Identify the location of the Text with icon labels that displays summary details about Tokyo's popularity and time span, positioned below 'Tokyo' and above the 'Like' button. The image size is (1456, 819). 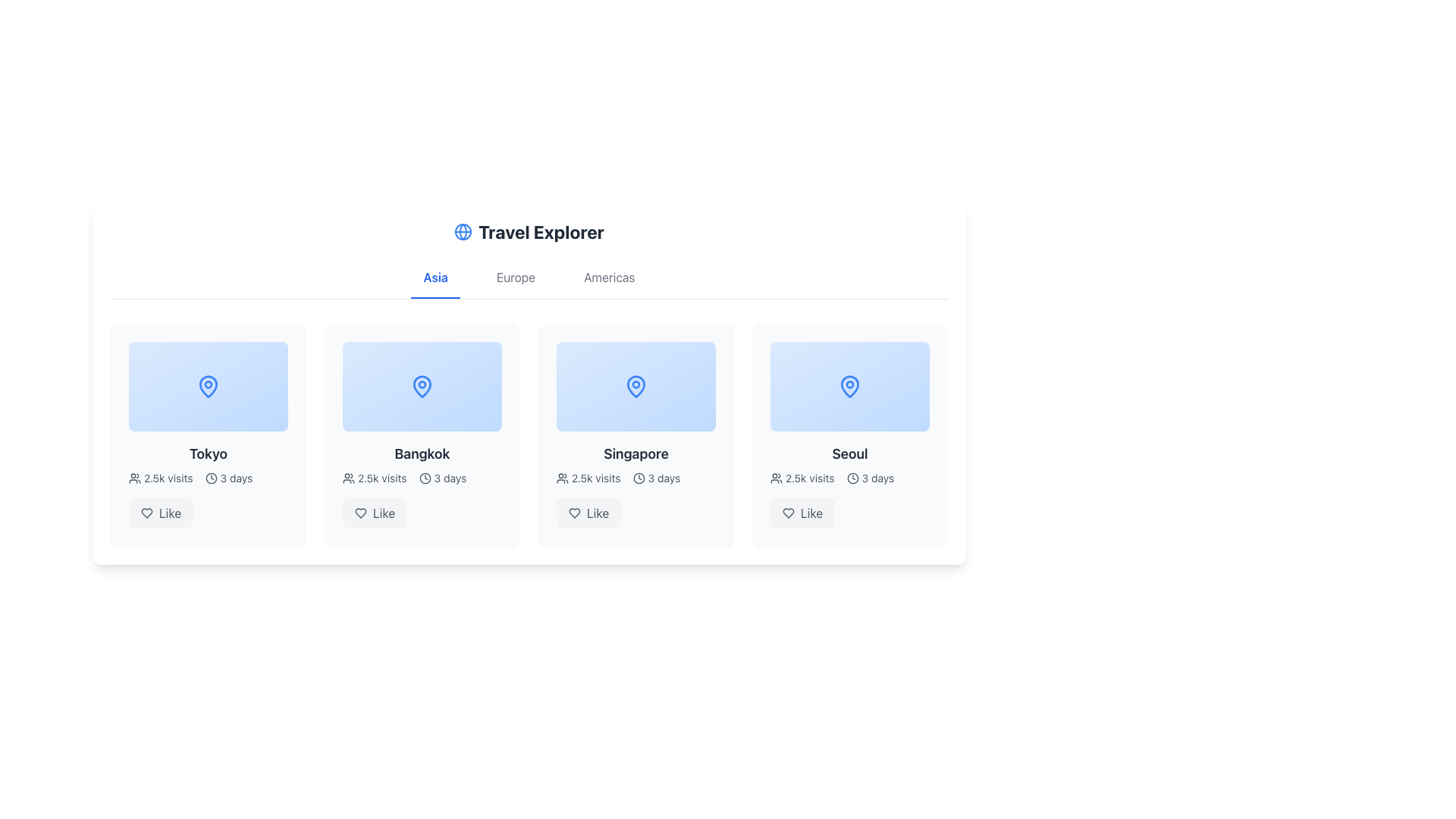
(207, 479).